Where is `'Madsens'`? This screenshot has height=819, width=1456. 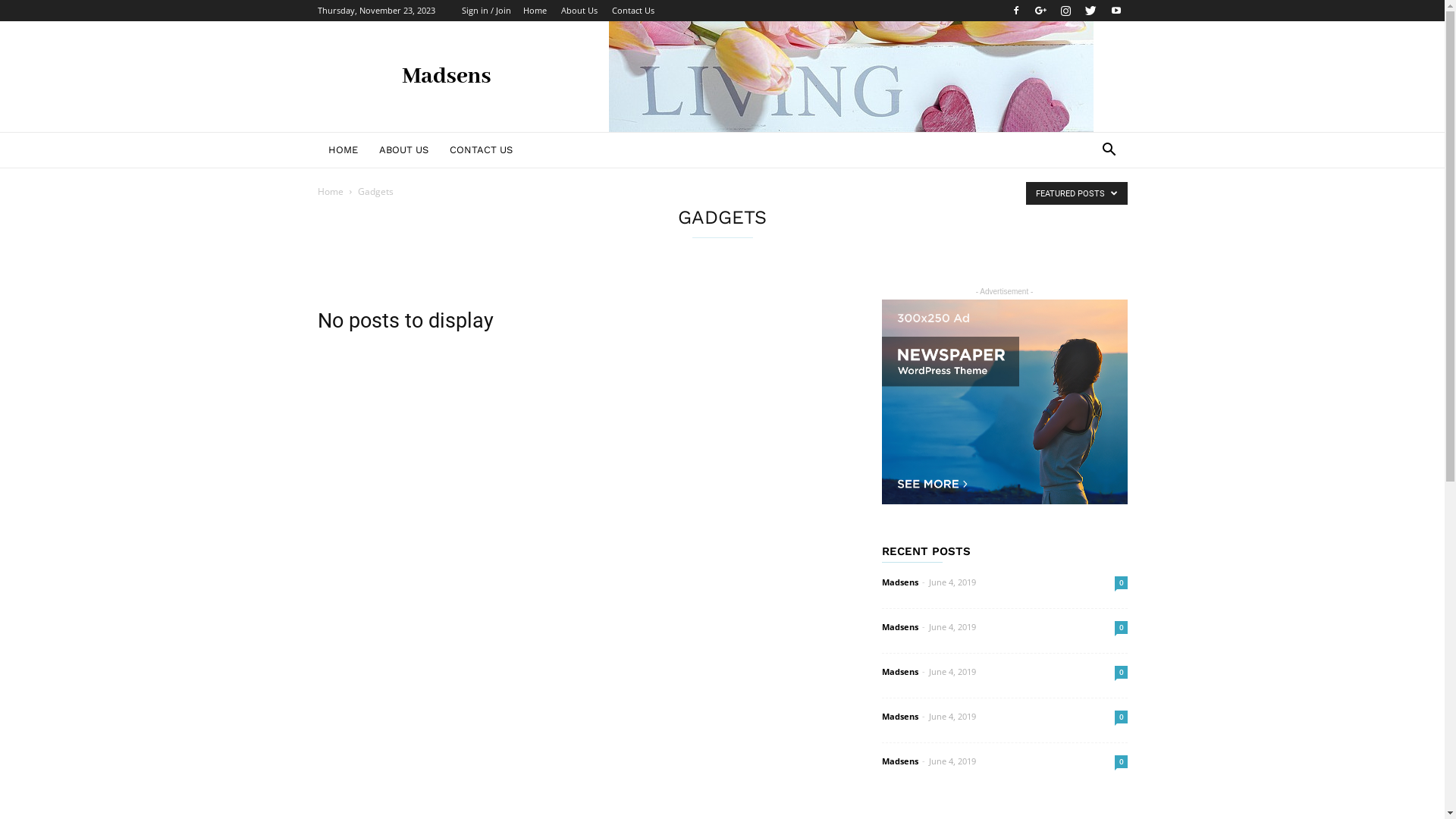 'Madsens' is located at coordinates (899, 626).